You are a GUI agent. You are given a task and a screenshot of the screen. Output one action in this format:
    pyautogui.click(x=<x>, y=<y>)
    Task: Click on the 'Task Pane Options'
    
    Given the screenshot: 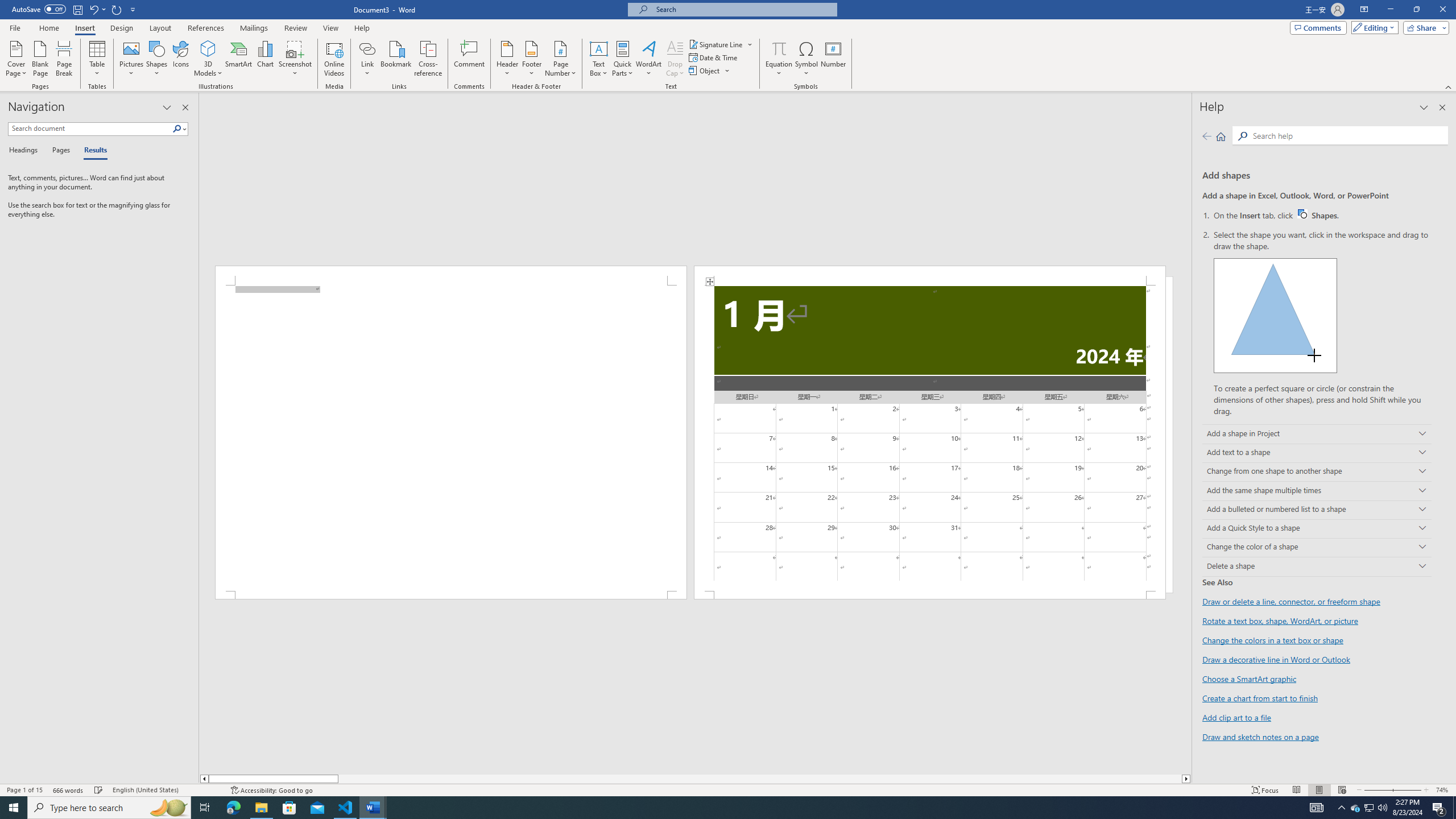 What is the action you would take?
    pyautogui.click(x=167, y=107)
    